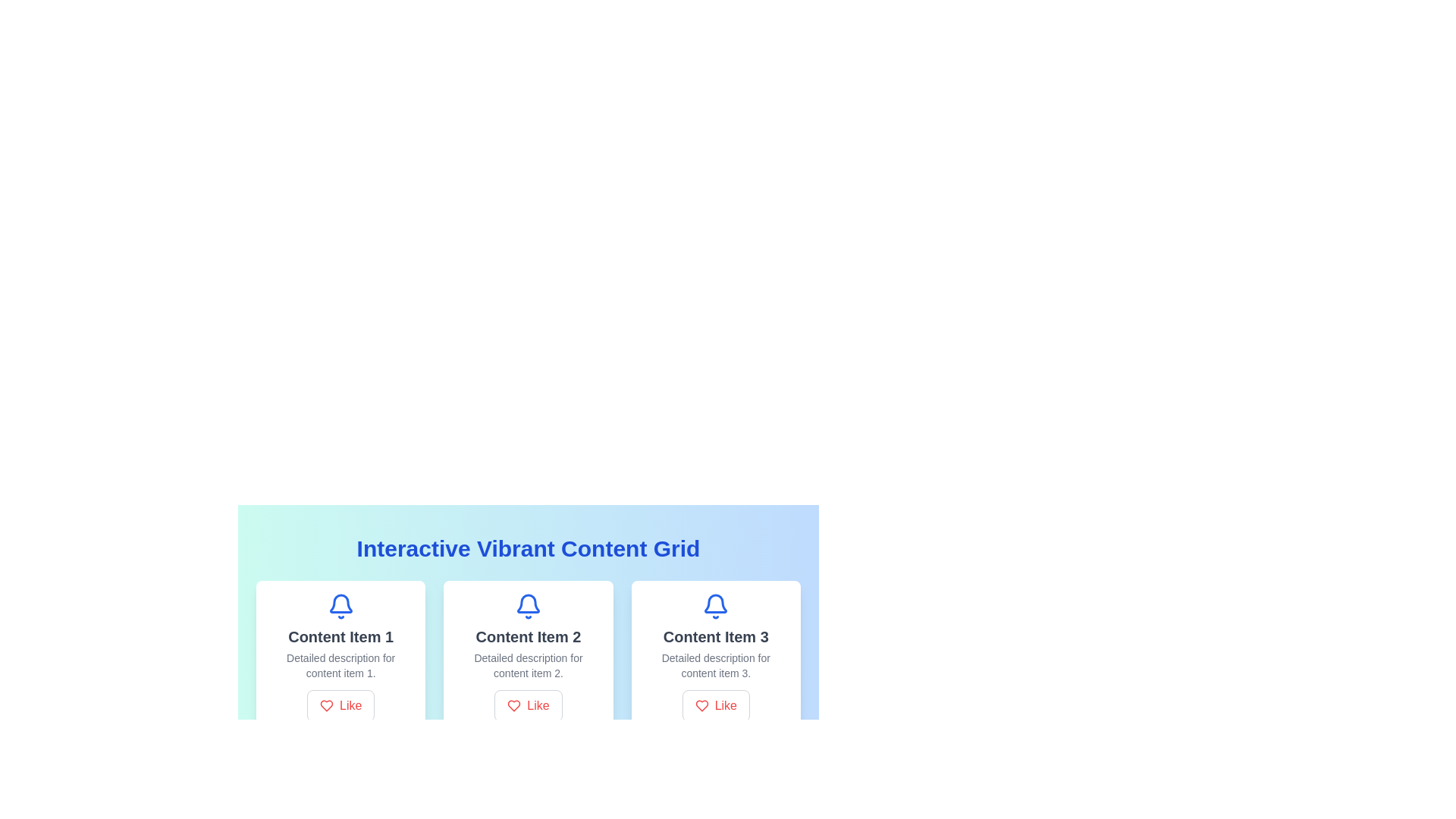 This screenshot has height=819, width=1456. Describe the element at coordinates (528, 605) in the screenshot. I see `the notification bell icon in blue color, which is positioned above the text 'Content Item 2' in the middle column of a three-column grid` at that location.